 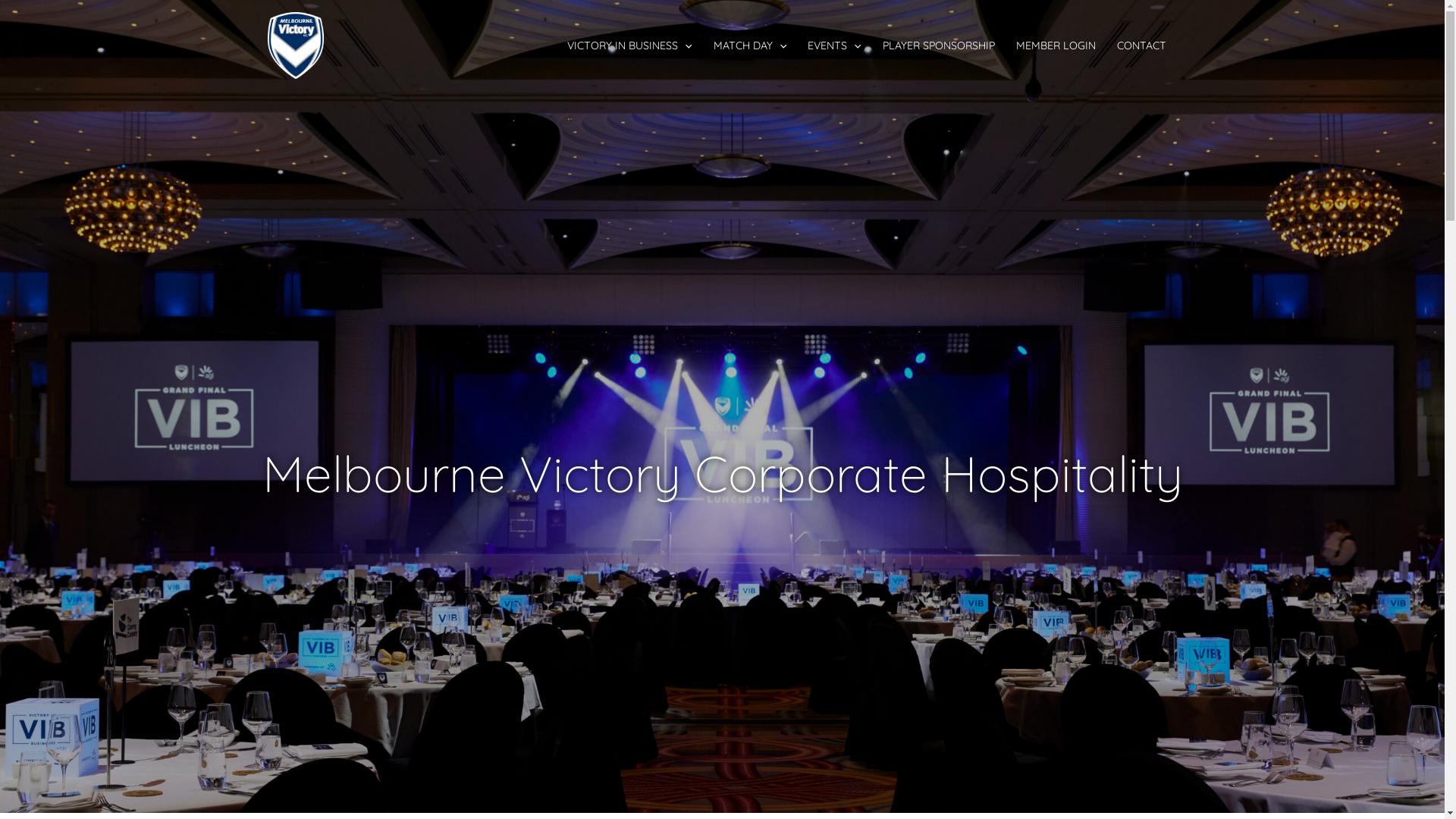 I want to click on 'MATCH DAY', so click(x=701, y=45).